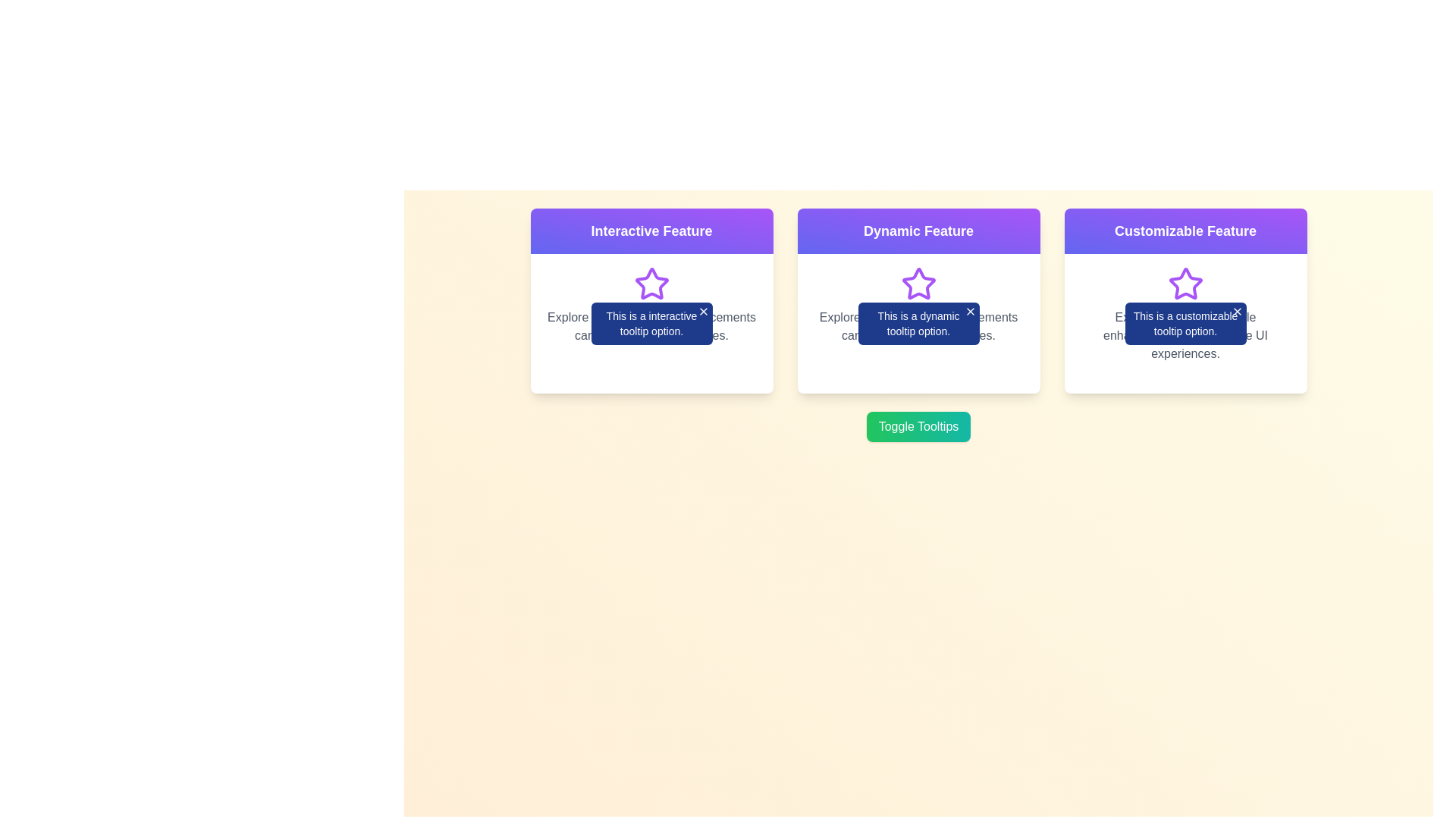  What do you see at coordinates (1237, 311) in the screenshot?
I see `the close button located at the top-right corner of the tooltip within the 'Customizable Feature' section` at bounding box center [1237, 311].